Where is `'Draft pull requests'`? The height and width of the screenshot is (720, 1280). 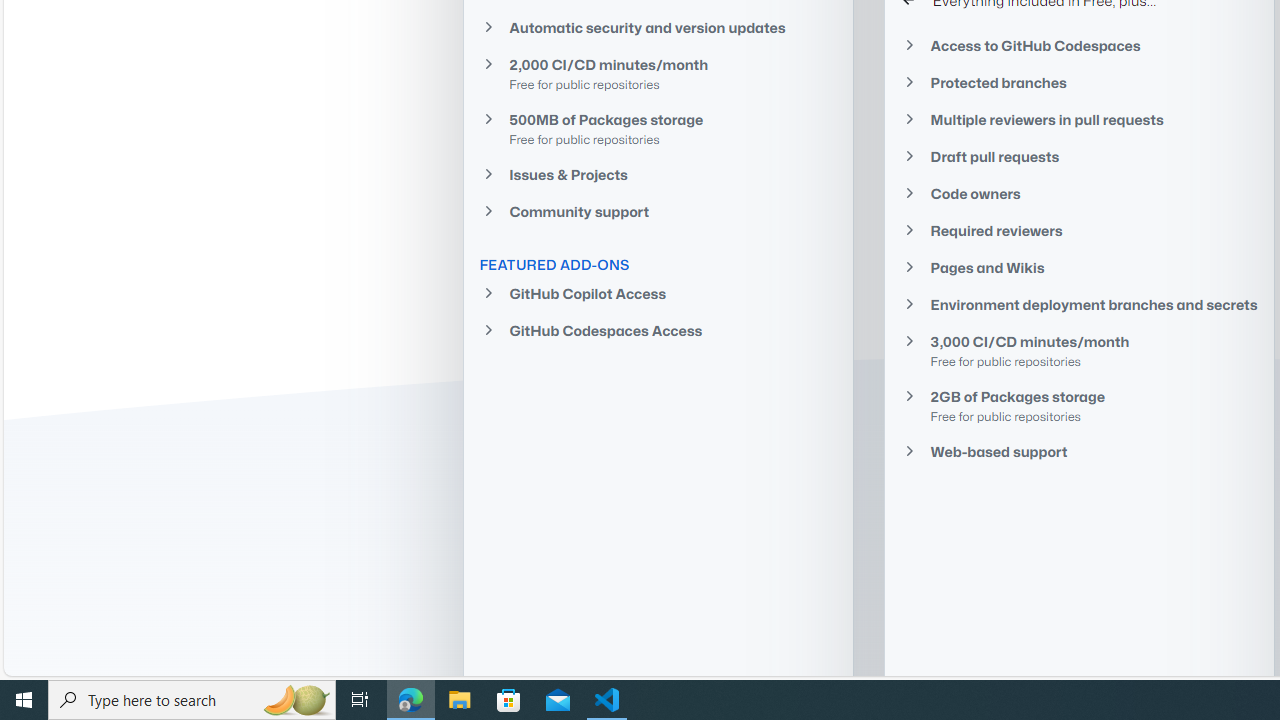 'Draft pull requests' is located at coordinates (1078, 155).